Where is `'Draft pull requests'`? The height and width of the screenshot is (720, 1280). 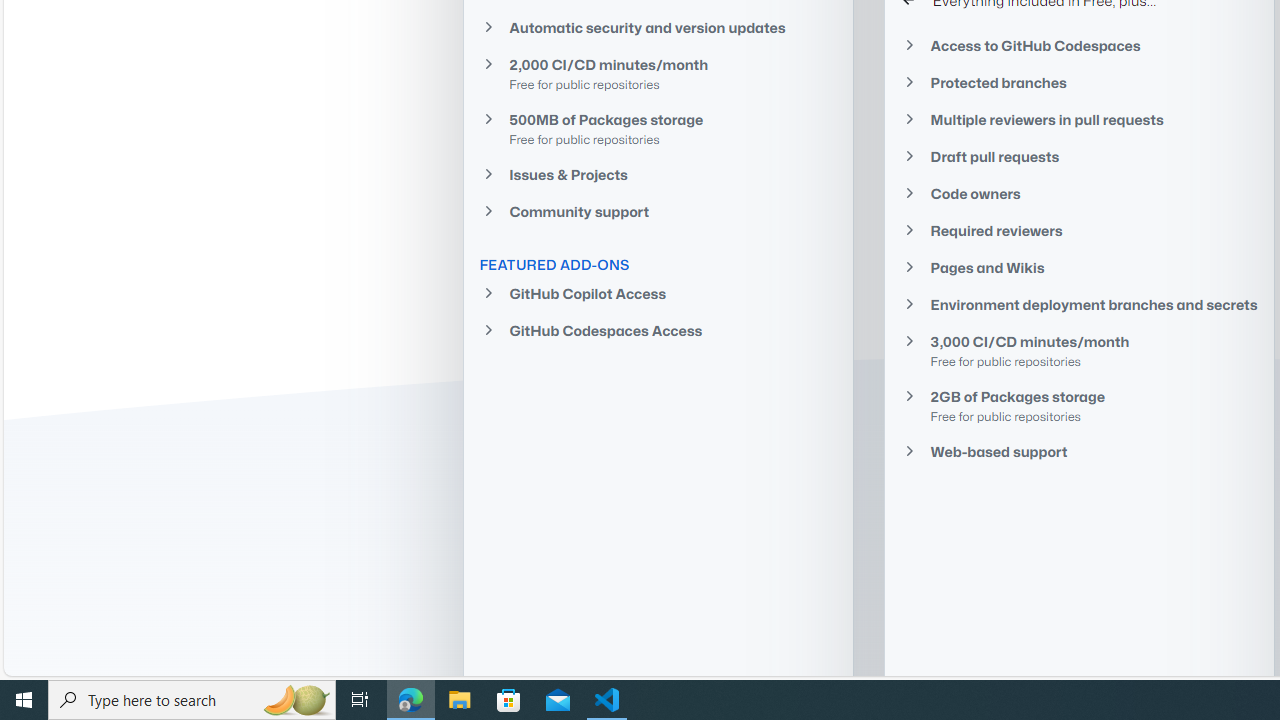 'Draft pull requests' is located at coordinates (1078, 155).